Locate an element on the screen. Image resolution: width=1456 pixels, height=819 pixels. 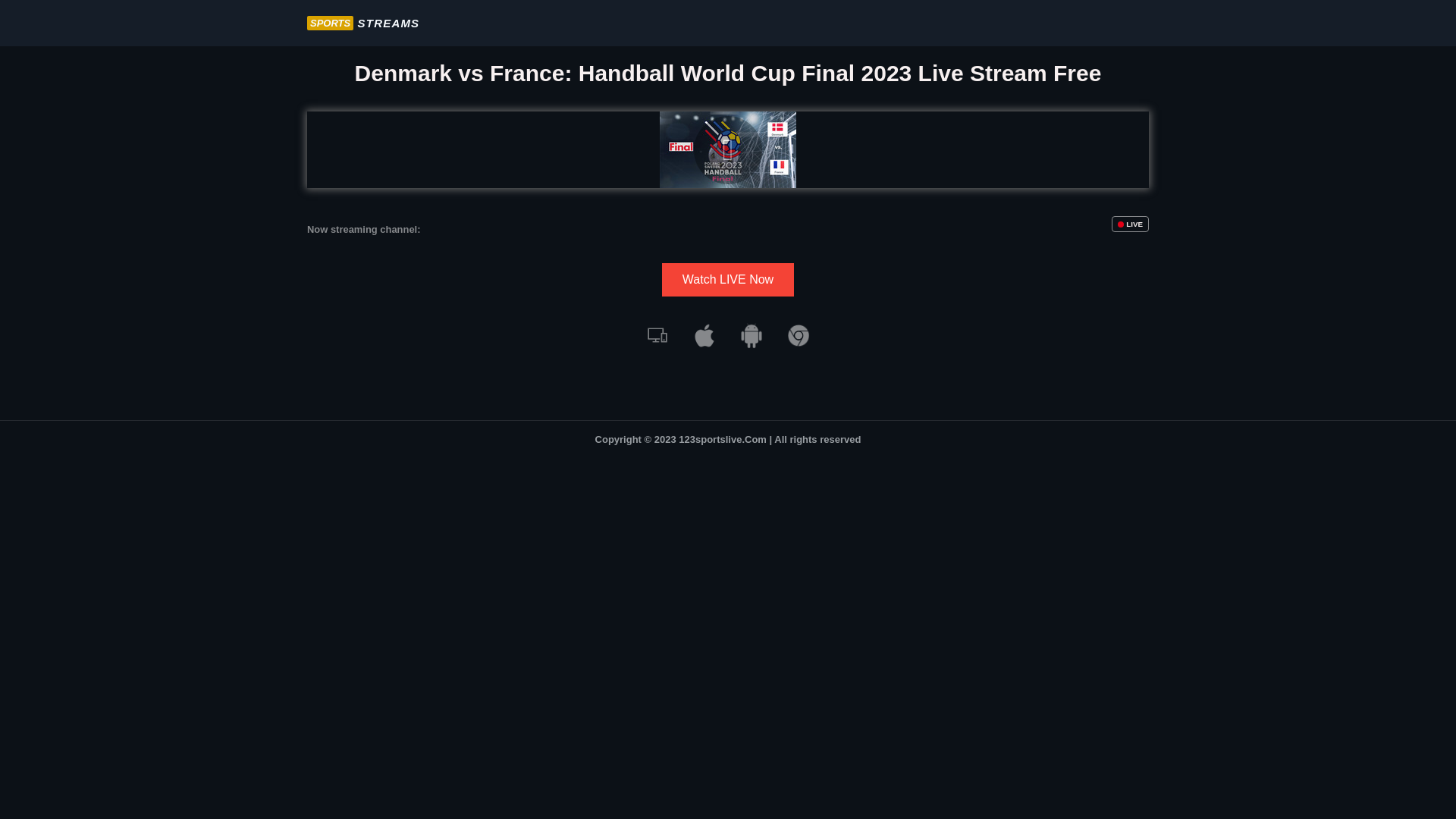
'SPORTS STREAMS' is located at coordinates (306, 23).